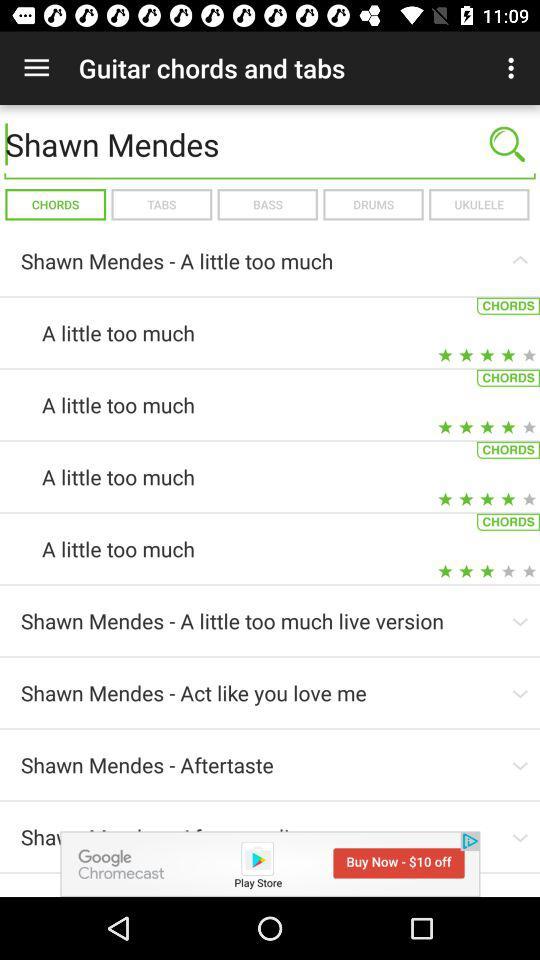 This screenshot has height=960, width=540. I want to click on icon next to the ukulele item, so click(373, 204).